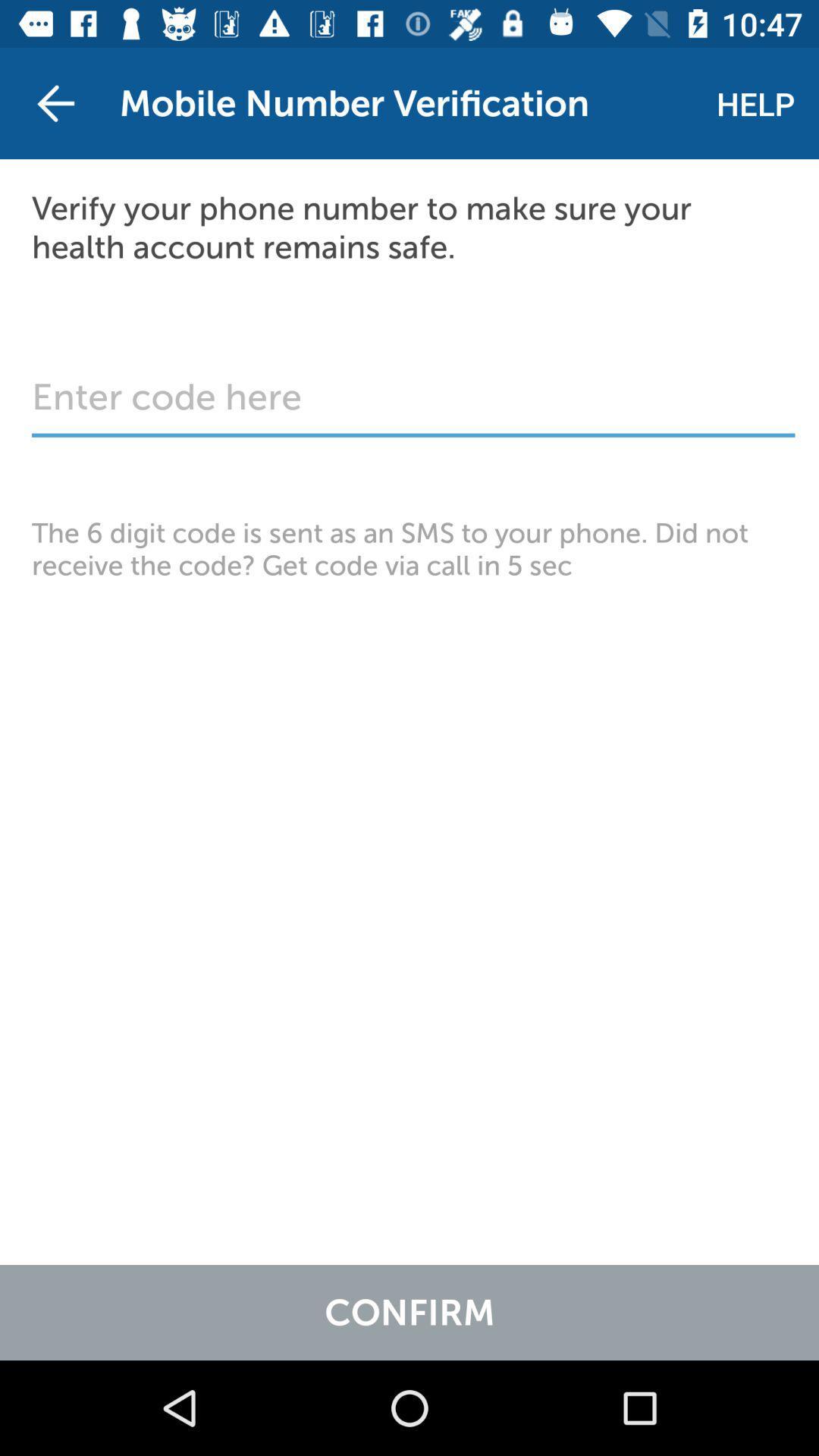  I want to click on code, so click(413, 404).